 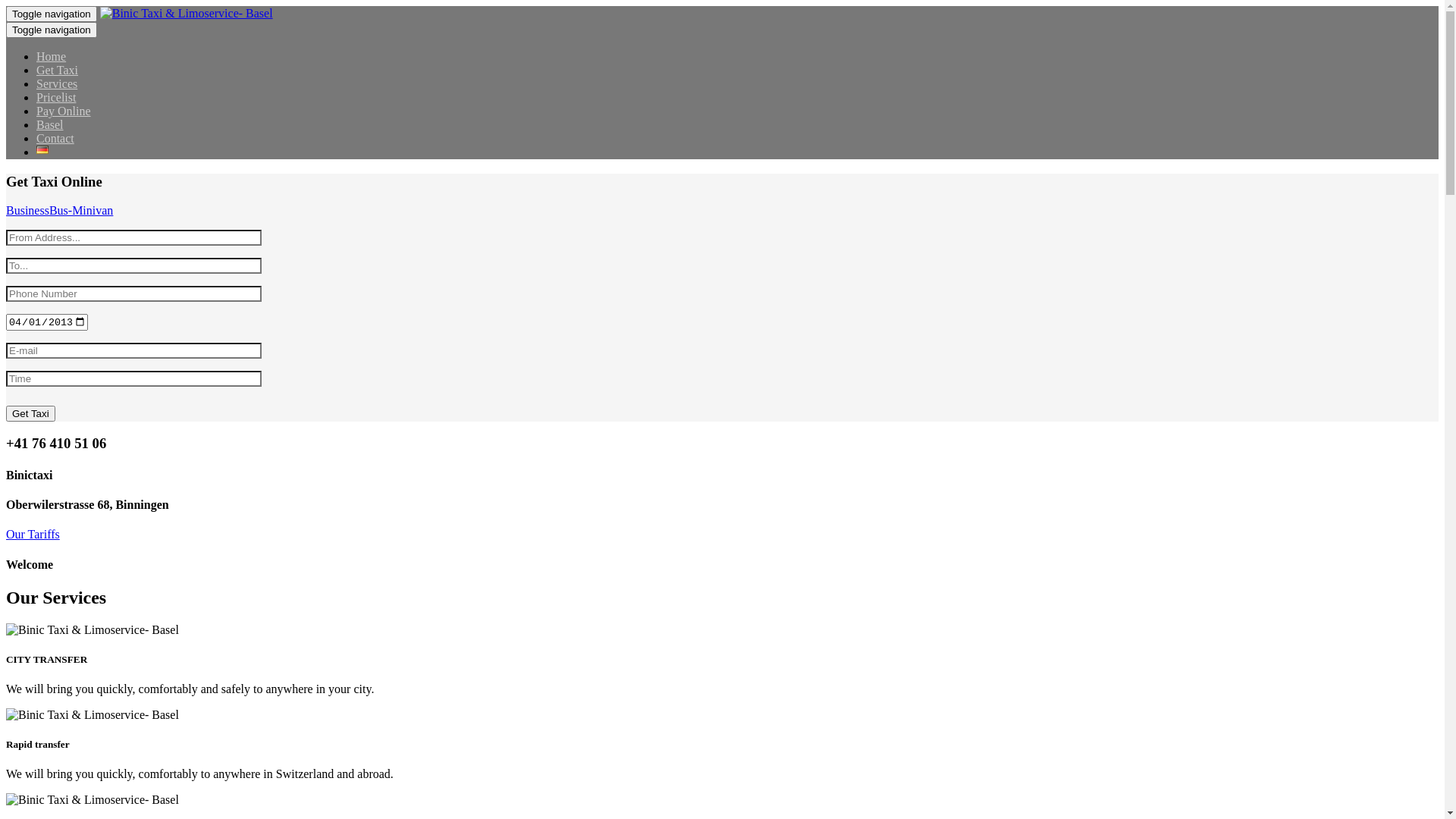 What do you see at coordinates (33, 533) in the screenshot?
I see `'Our Tariffs'` at bounding box center [33, 533].